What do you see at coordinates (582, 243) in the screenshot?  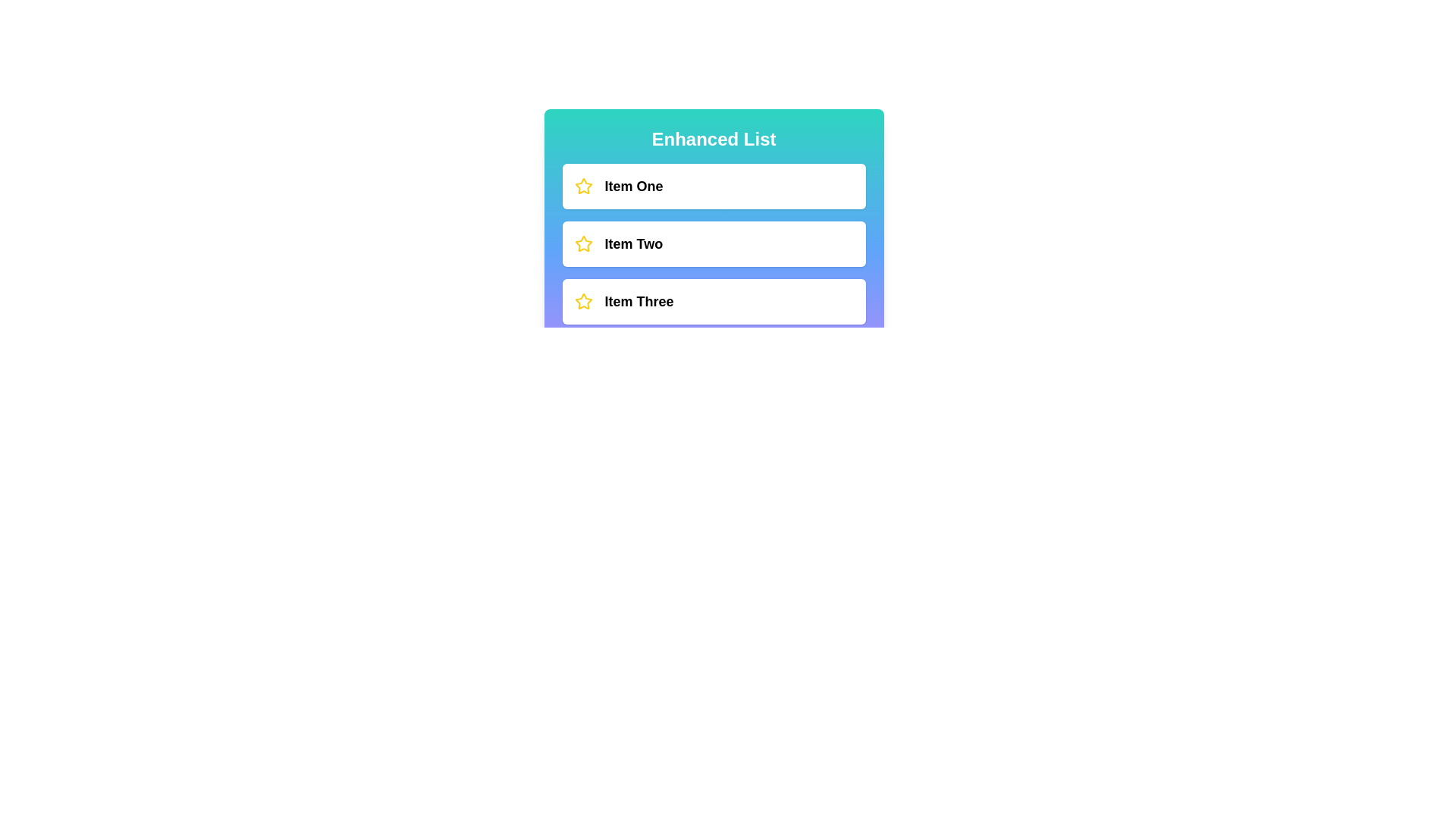 I see `the star icon next to Item Two to select it` at bounding box center [582, 243].